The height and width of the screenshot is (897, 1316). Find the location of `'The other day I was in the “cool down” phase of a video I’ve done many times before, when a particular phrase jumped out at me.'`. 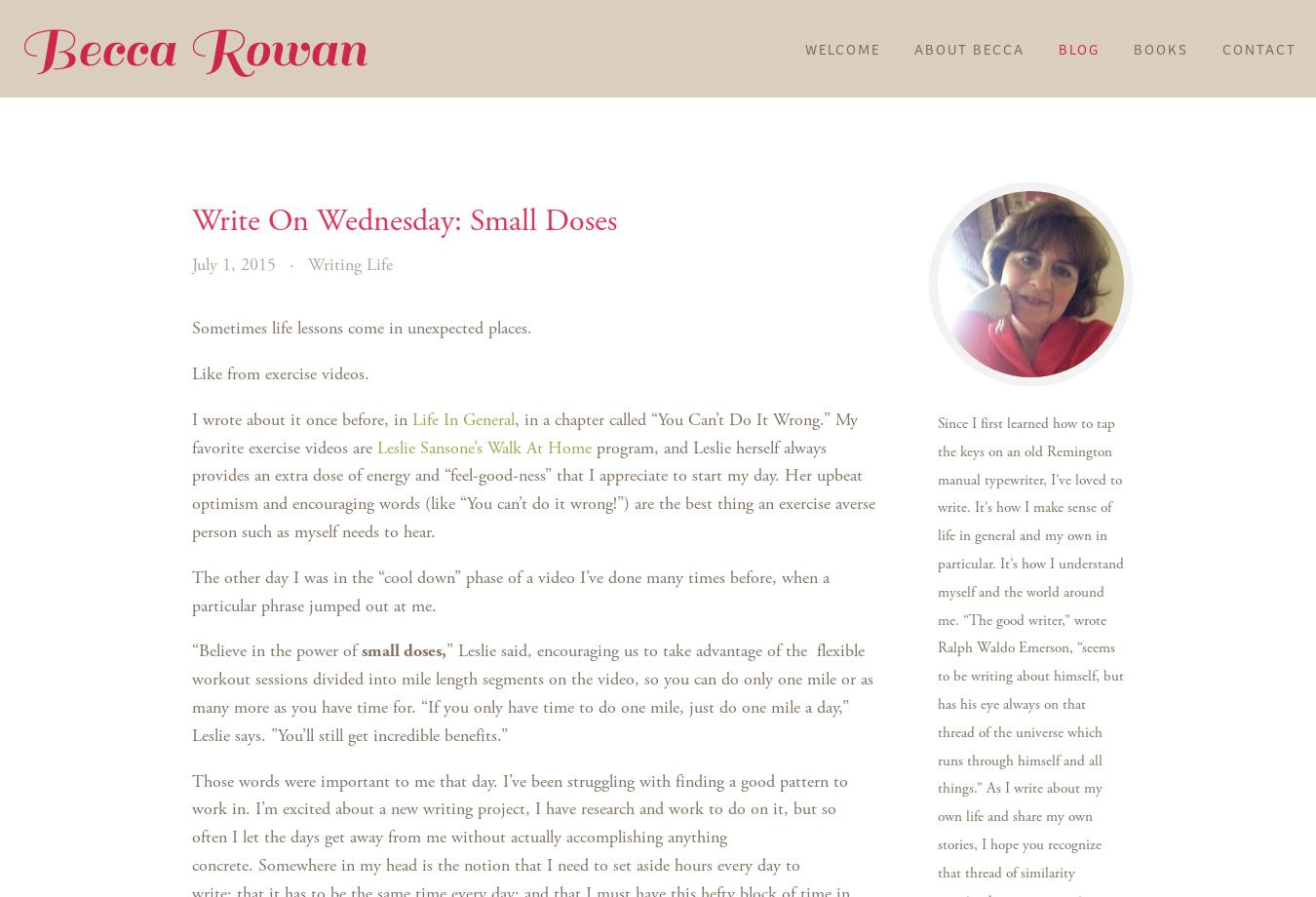

'The other day I was in the “cool down” phase of a video I’ve done many times before, when a particular phrase jumped out at me.' is located at coordinates (509, 590).